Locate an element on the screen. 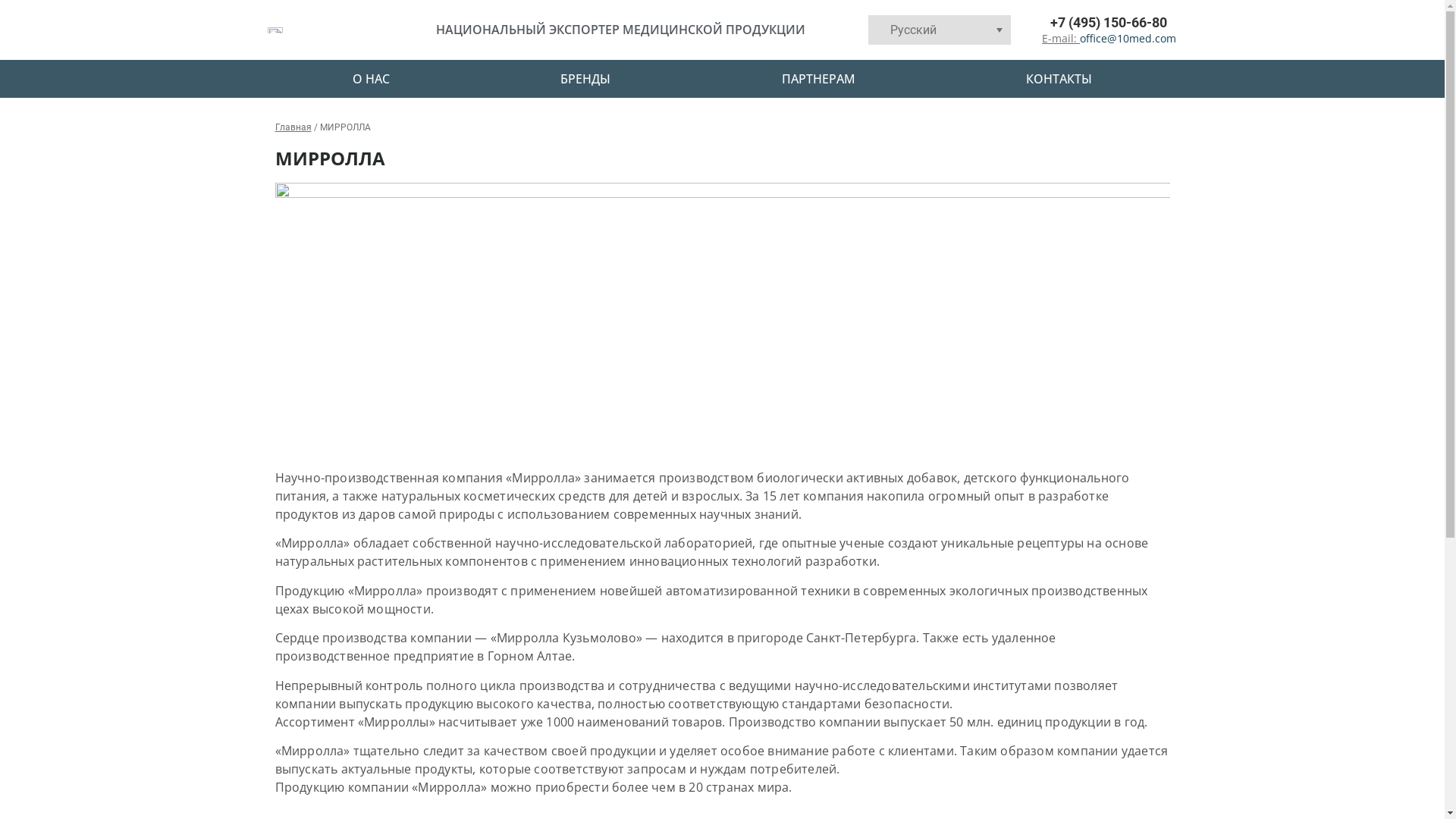  '+7 (495) 150-66-80' is located at coordinates (1092, 22).